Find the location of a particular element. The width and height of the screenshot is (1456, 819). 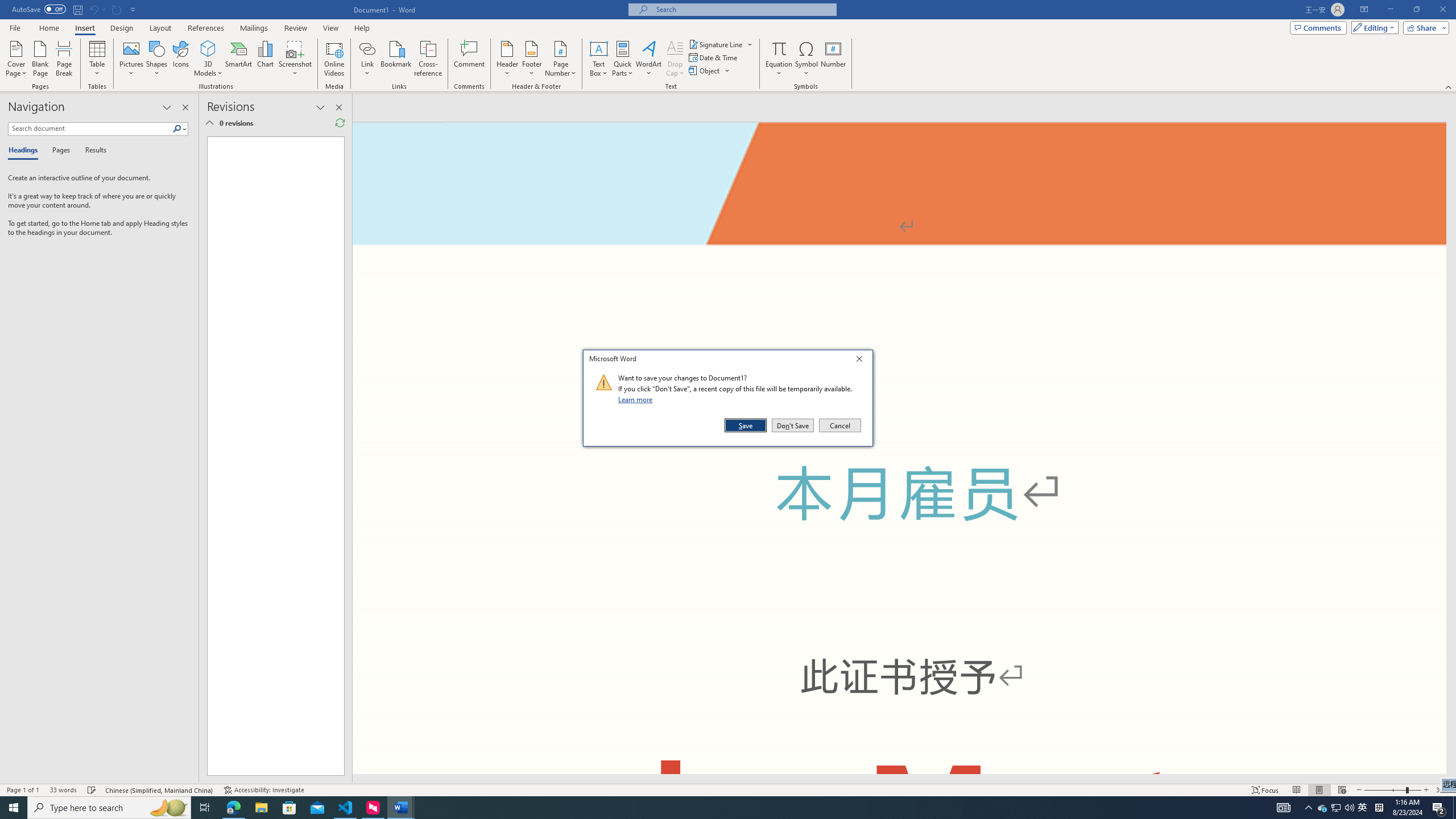

'Online Videos...' is located at coordinates (396, 59).